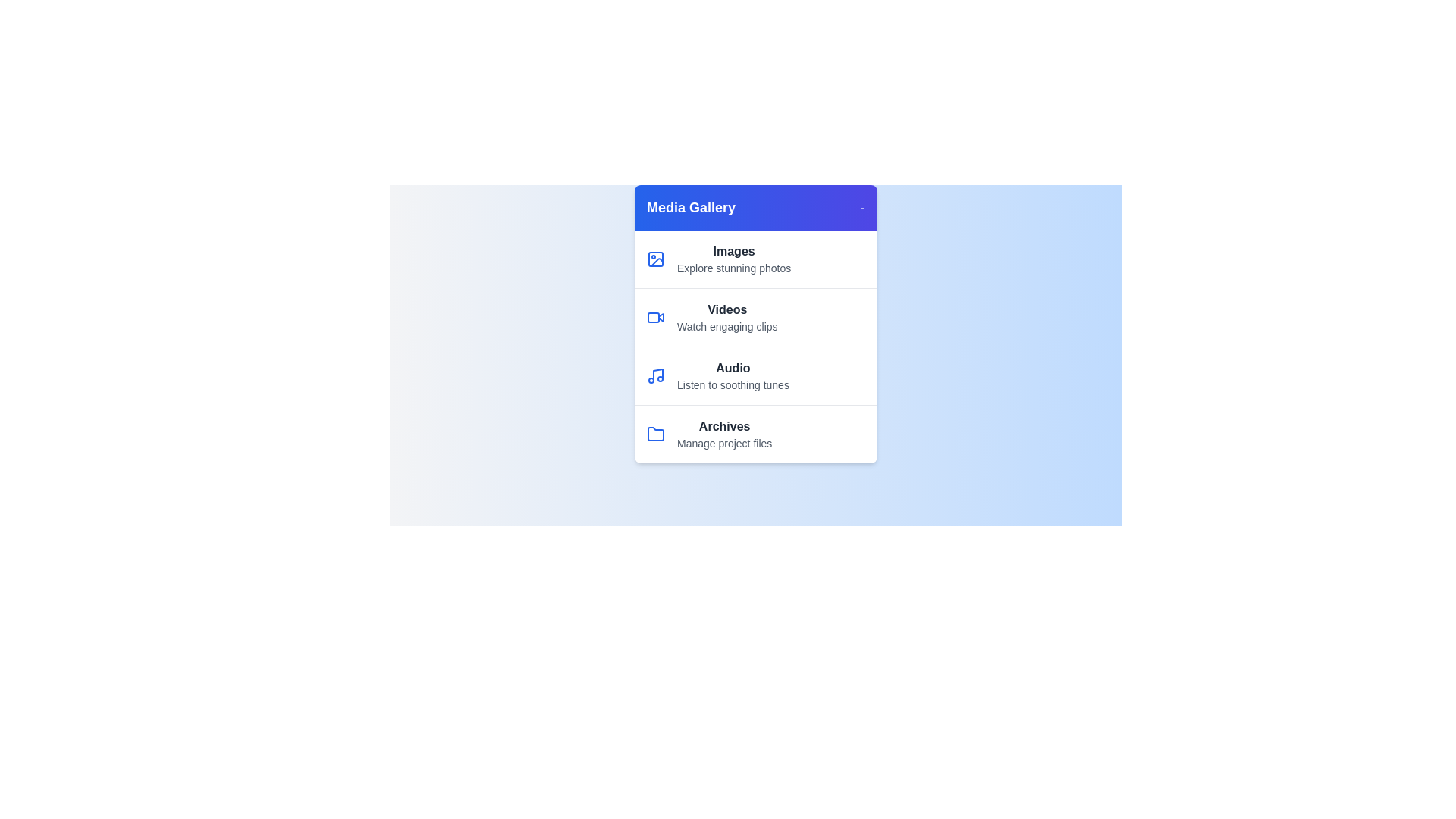 This screenshot has height=819, width=1456. What do you see at coordinates (756, 259) in the screenshot?
I see `the media category item labeled 'Images' to observe hover effects` at bounding box center [756, 259].